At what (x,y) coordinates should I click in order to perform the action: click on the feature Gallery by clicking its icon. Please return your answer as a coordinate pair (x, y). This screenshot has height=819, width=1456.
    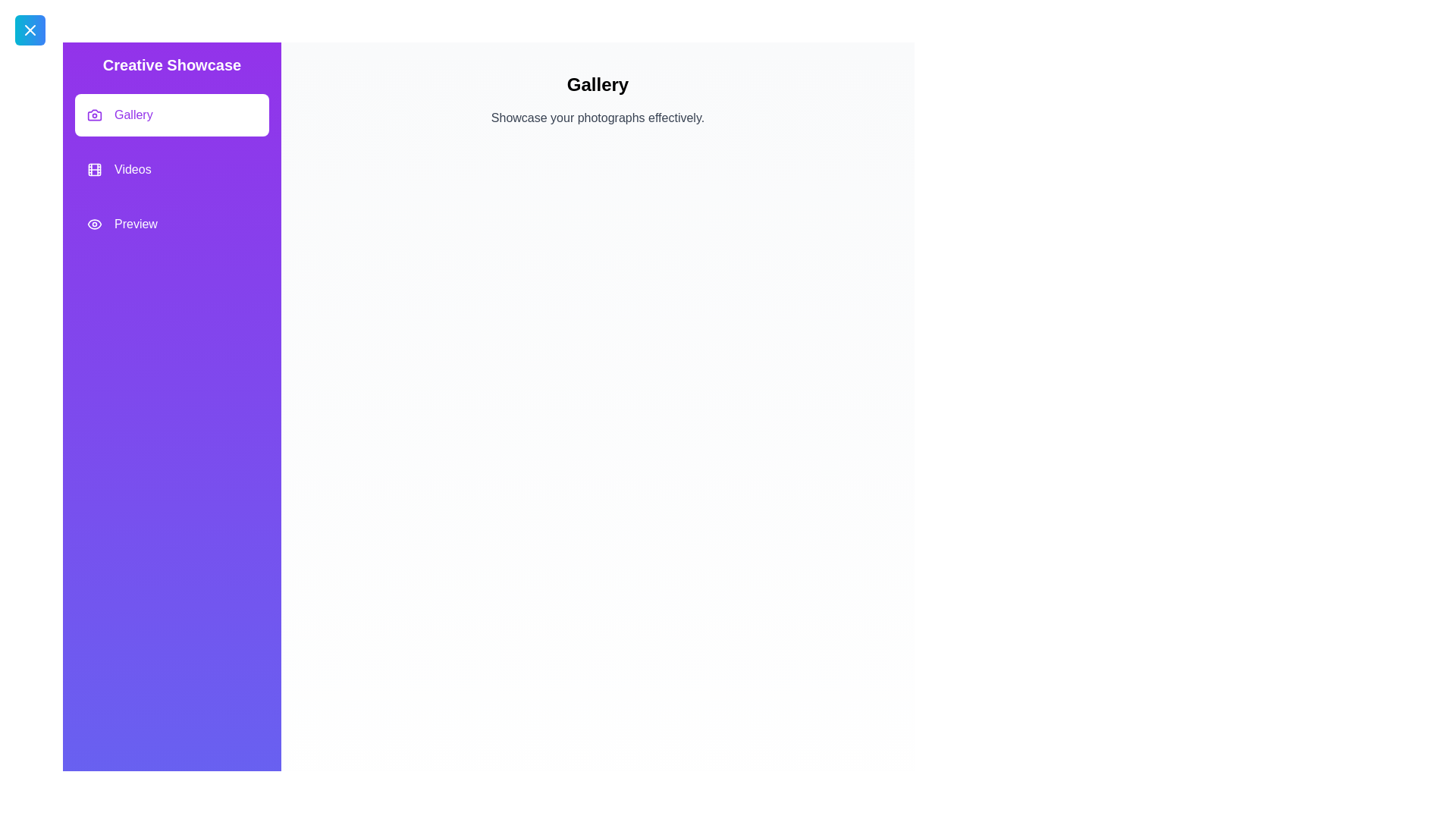
    Looking at the image, I should click on (93, 114).